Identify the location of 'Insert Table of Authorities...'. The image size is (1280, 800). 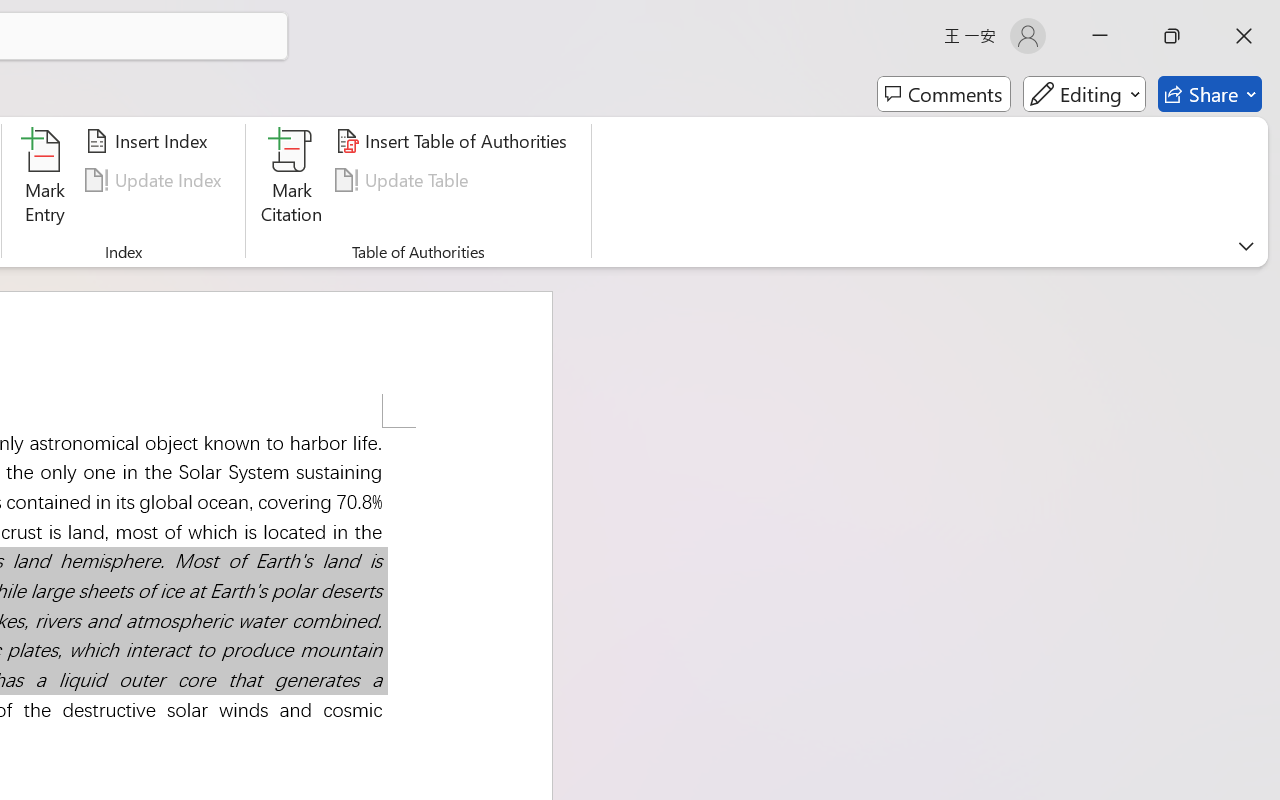
(453, 141).